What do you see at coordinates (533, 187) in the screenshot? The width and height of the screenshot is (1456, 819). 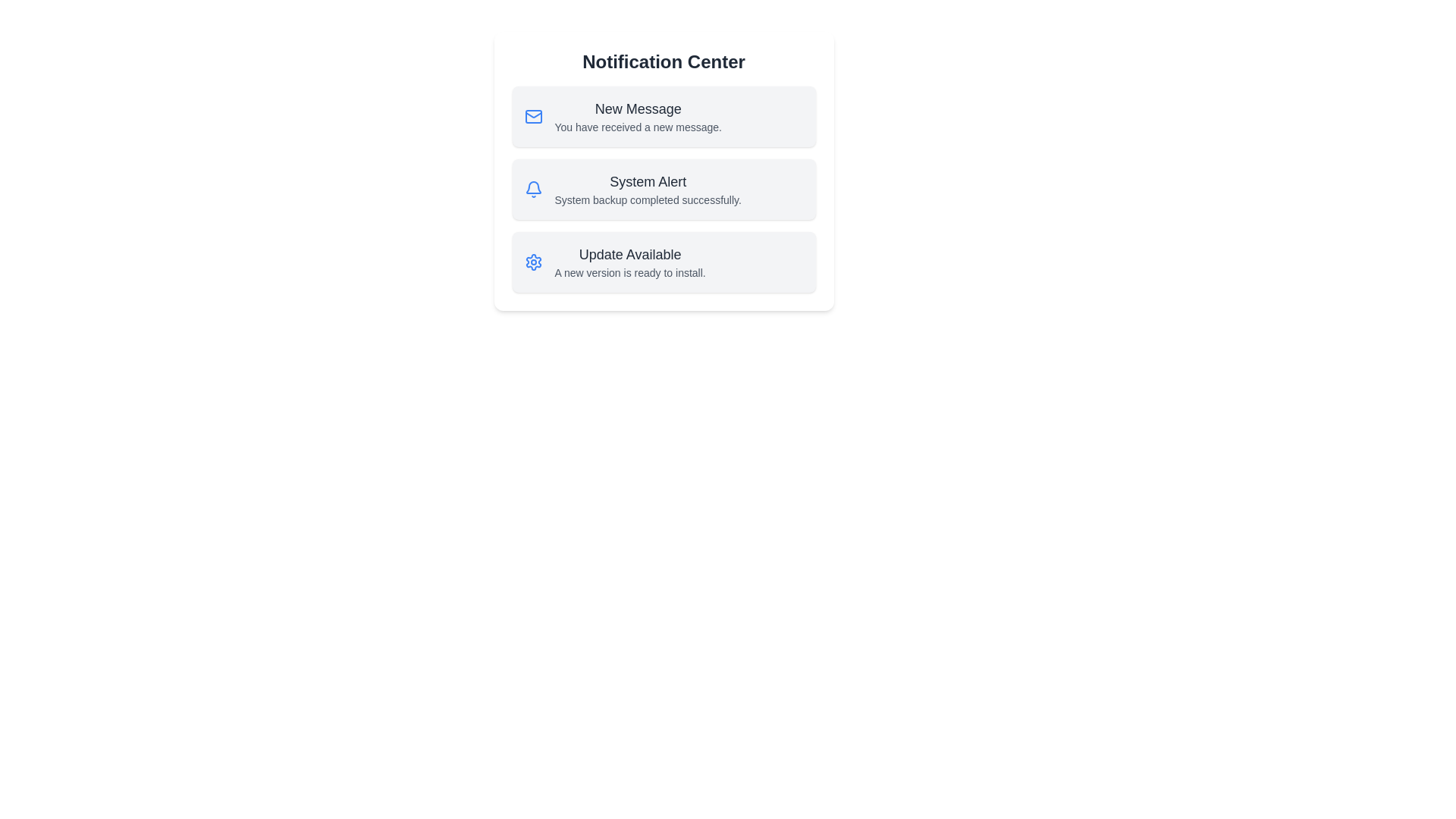 I see `the notification bell icon, which is a curved shape resembling a bell, outlined in a neutral or dark color, centrally located within the notification interface` at bounding box center [533, 187].